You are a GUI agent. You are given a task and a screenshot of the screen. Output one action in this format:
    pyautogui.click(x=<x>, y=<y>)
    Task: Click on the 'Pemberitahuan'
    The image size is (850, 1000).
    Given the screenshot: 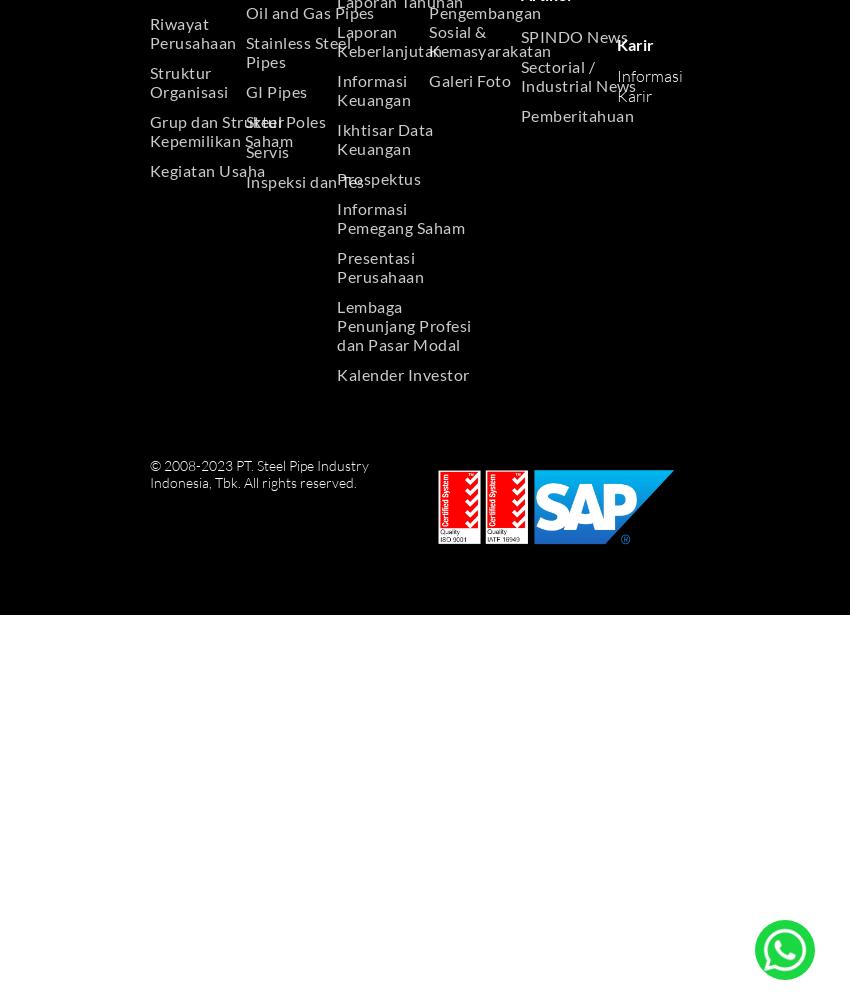 What is the action you would take?
    pyautogui.click(x=576, y=113)
    